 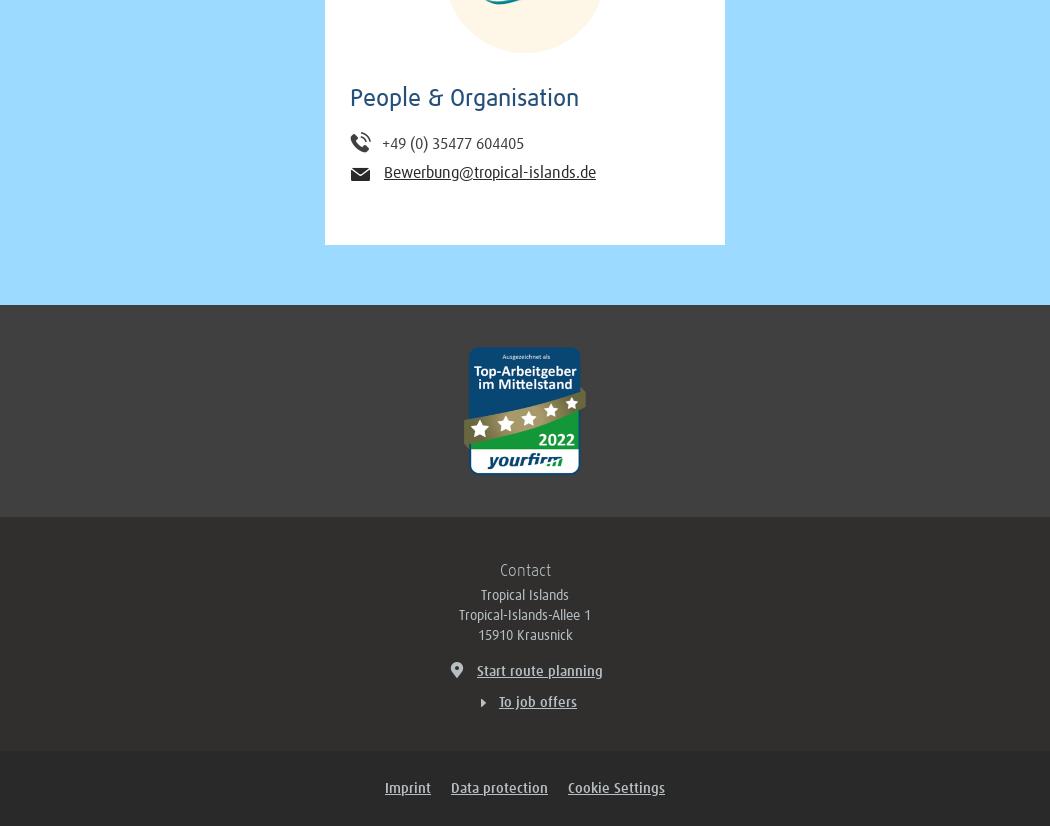 What do you see at coordinates (498, 788) in the screenshot?
I see `'Data protection'` at bounding box center [498, 788].